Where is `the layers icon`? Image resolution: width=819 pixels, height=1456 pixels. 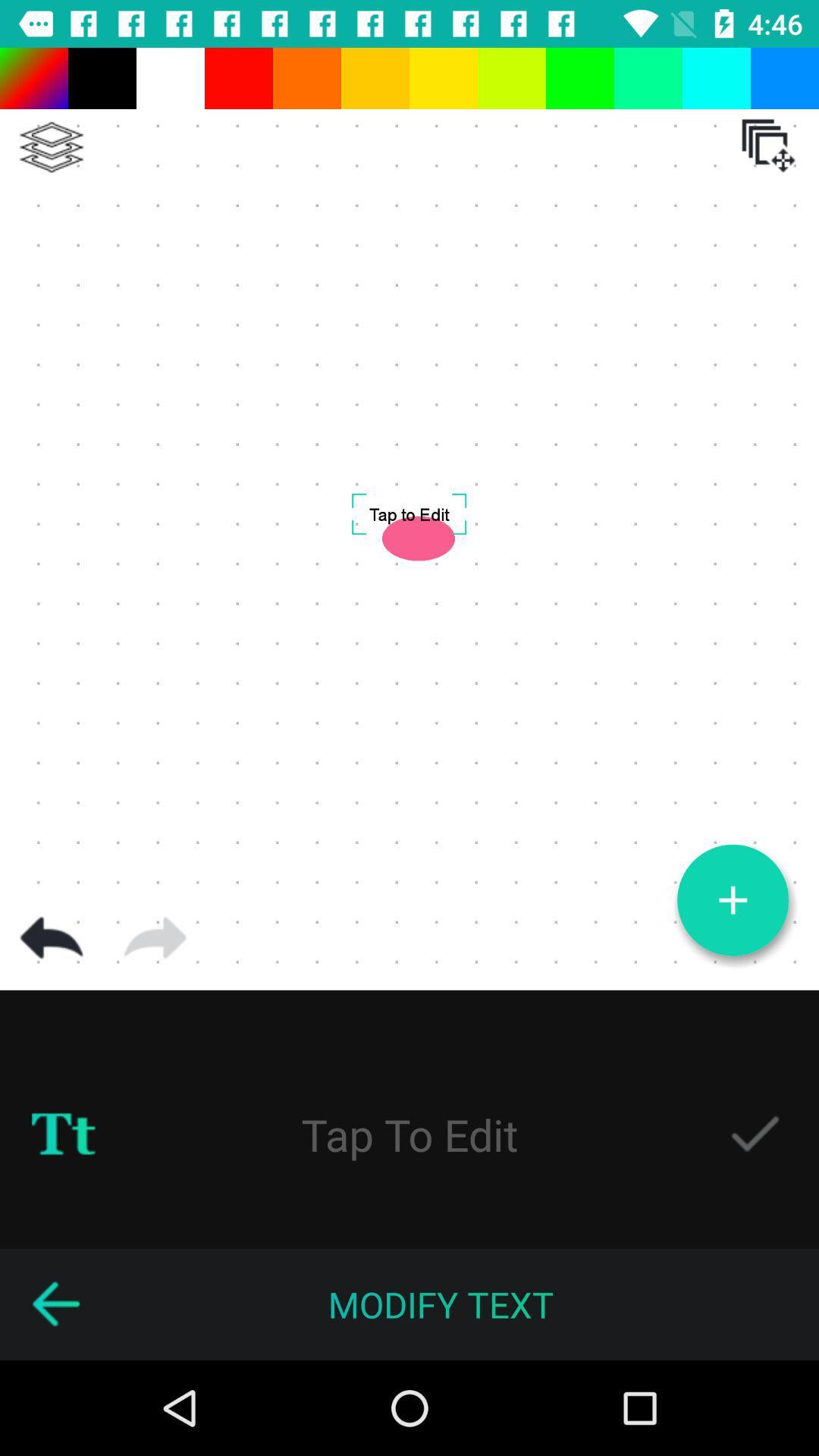 the layers icon is located at coordinates (51, 147).